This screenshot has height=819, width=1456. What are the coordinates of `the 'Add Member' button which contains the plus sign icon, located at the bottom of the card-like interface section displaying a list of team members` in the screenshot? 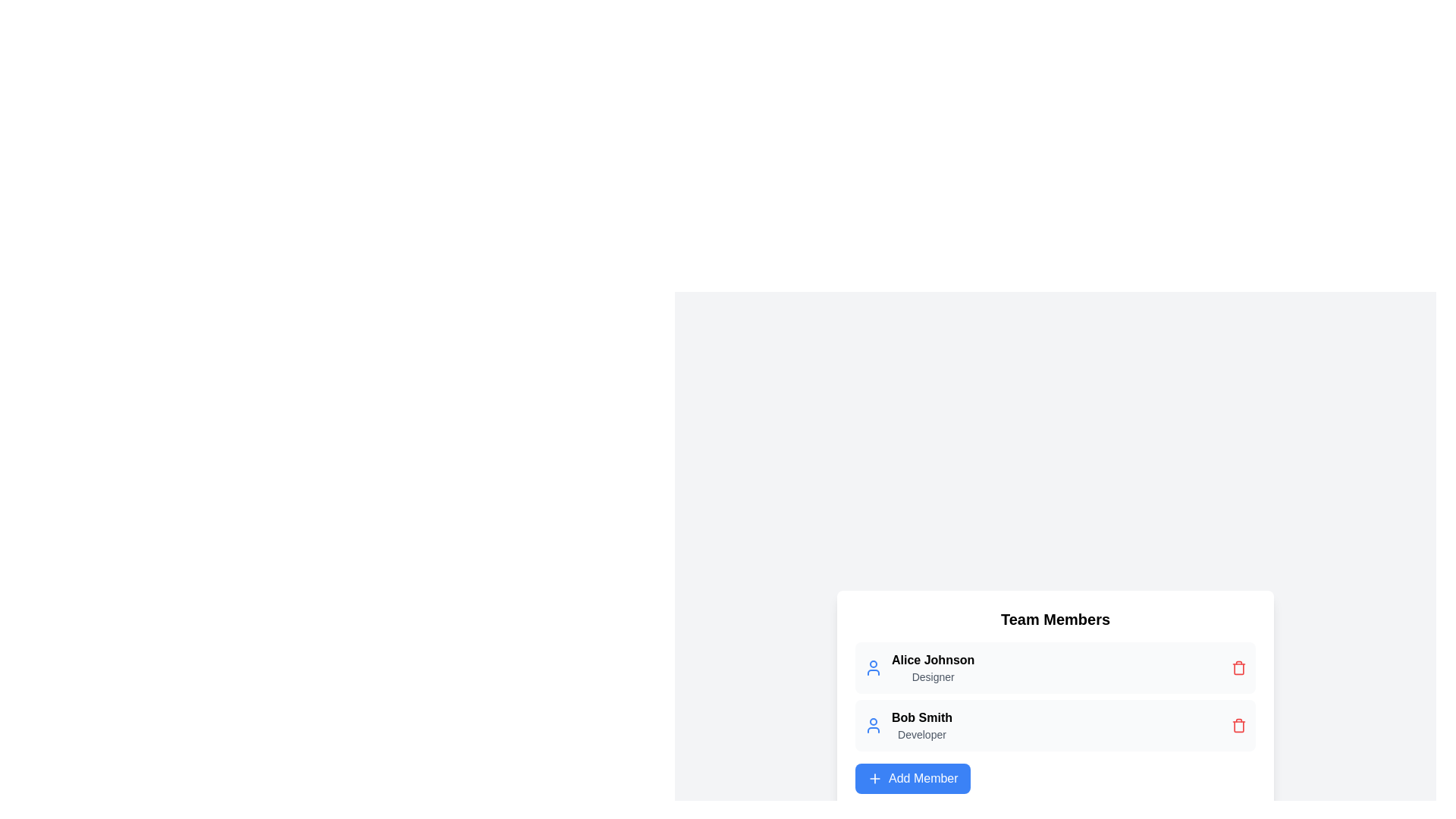 It's located at (874, 778).